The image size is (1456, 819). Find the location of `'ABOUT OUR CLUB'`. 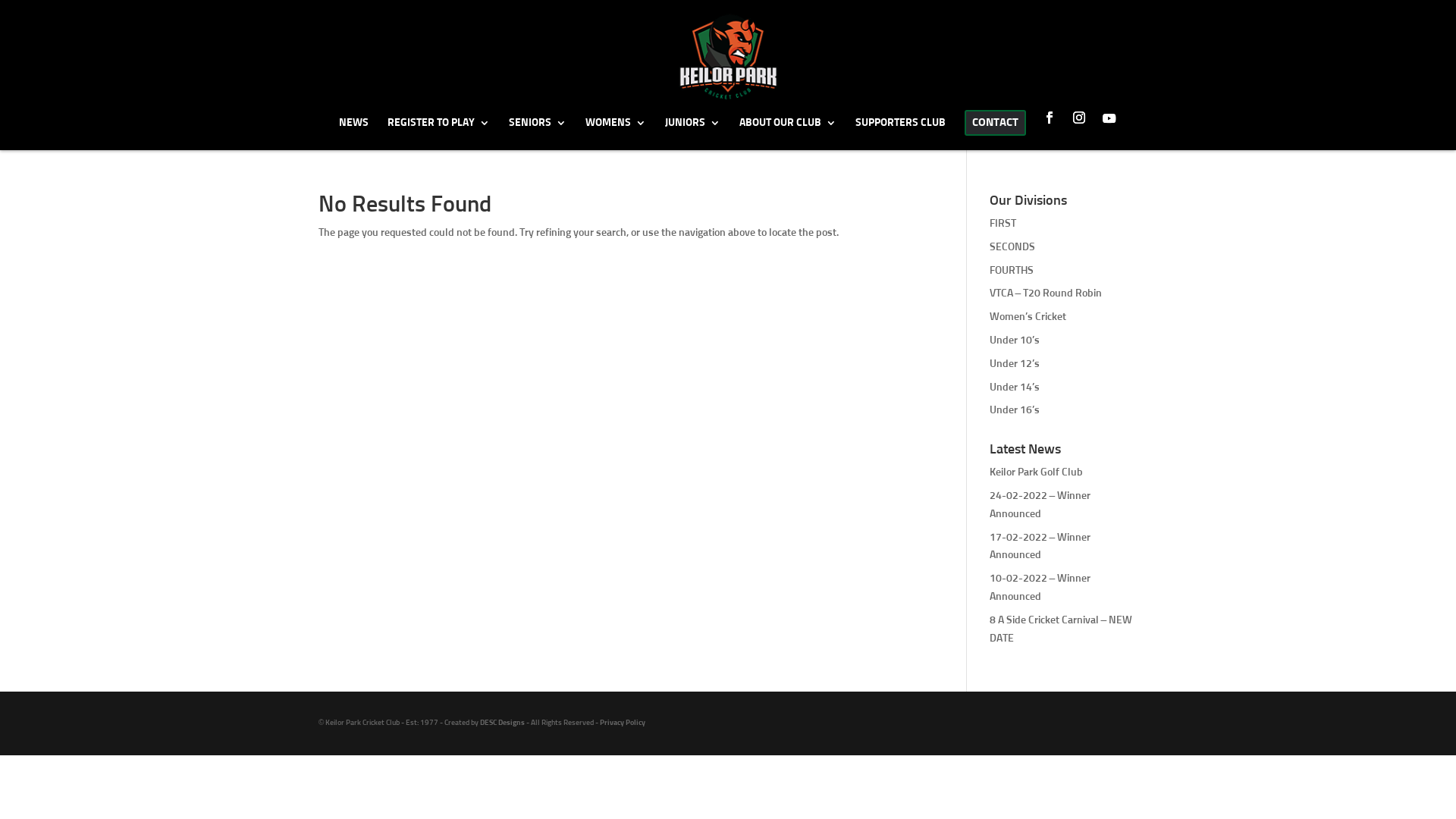

'ABOUT OUR CLUB' is located at coordinates (739, 132).